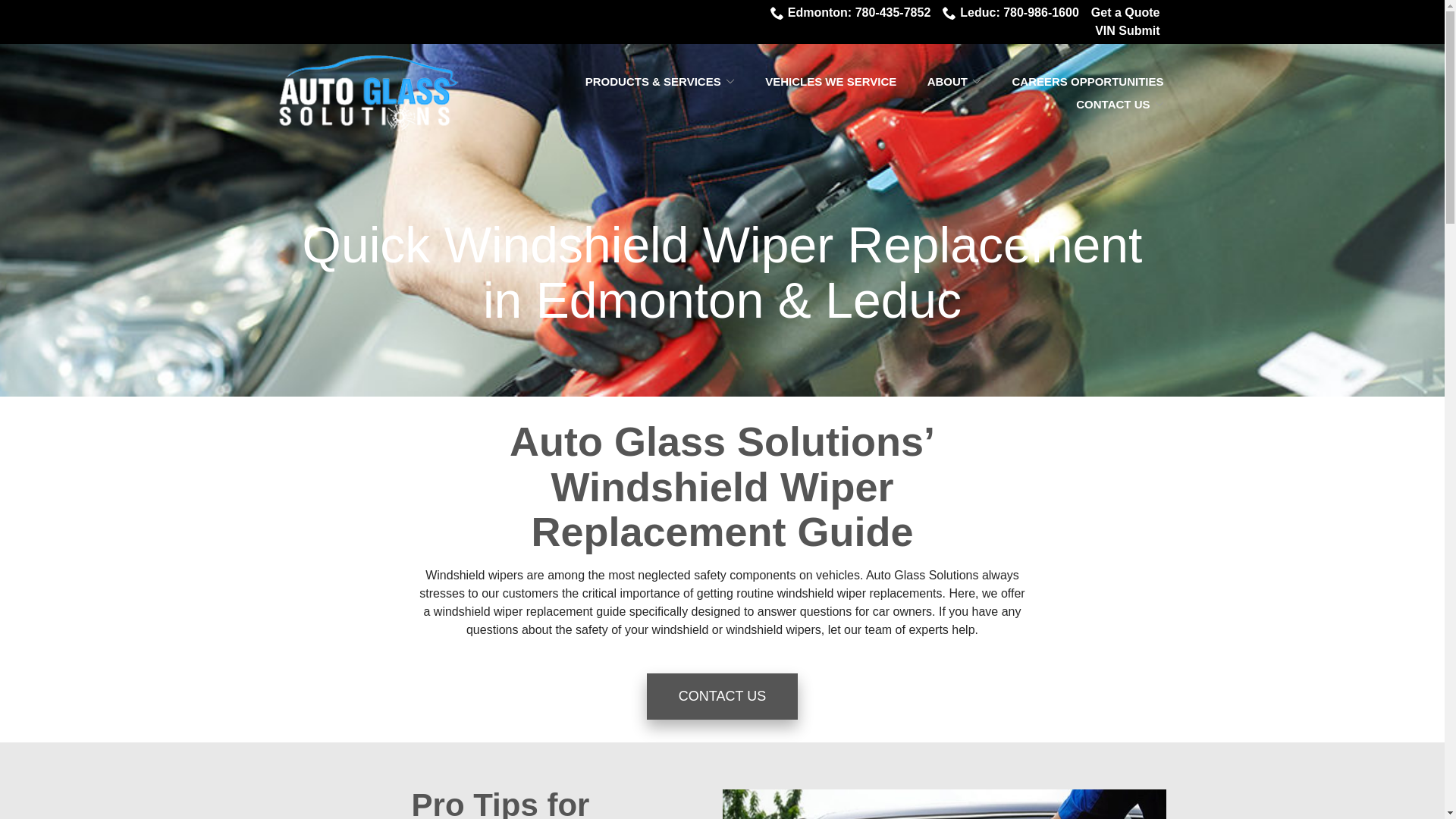 Image resolution: width=1456 pixels, height=819 pixels. Describe the element at coordinates (1127, 31) in the screenshot. I see `'VIN Submit'` at that location.